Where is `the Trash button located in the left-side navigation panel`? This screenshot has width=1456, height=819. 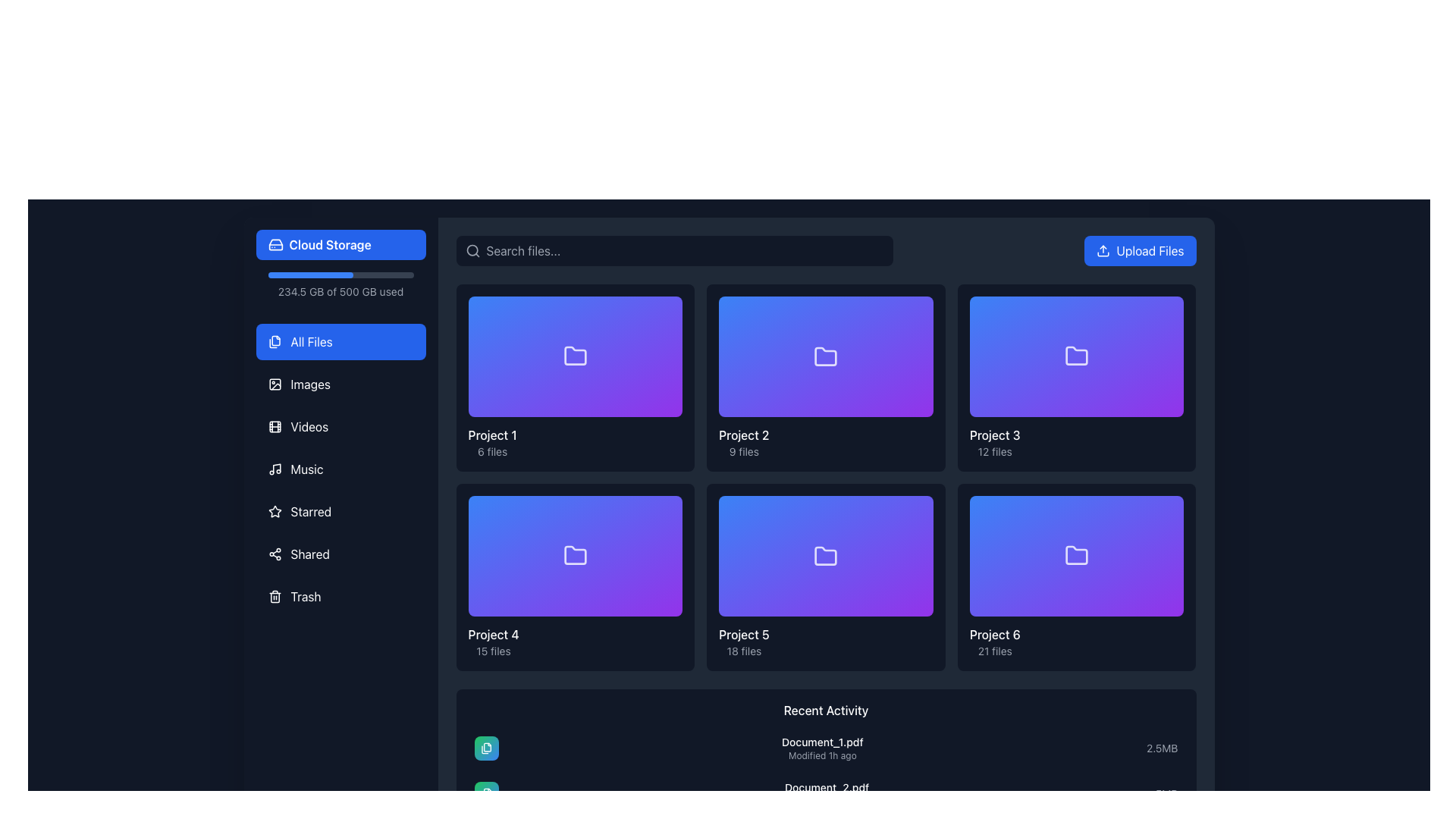 the Trash button located in the left-side navigation panel is located at coordinates (340, 595).